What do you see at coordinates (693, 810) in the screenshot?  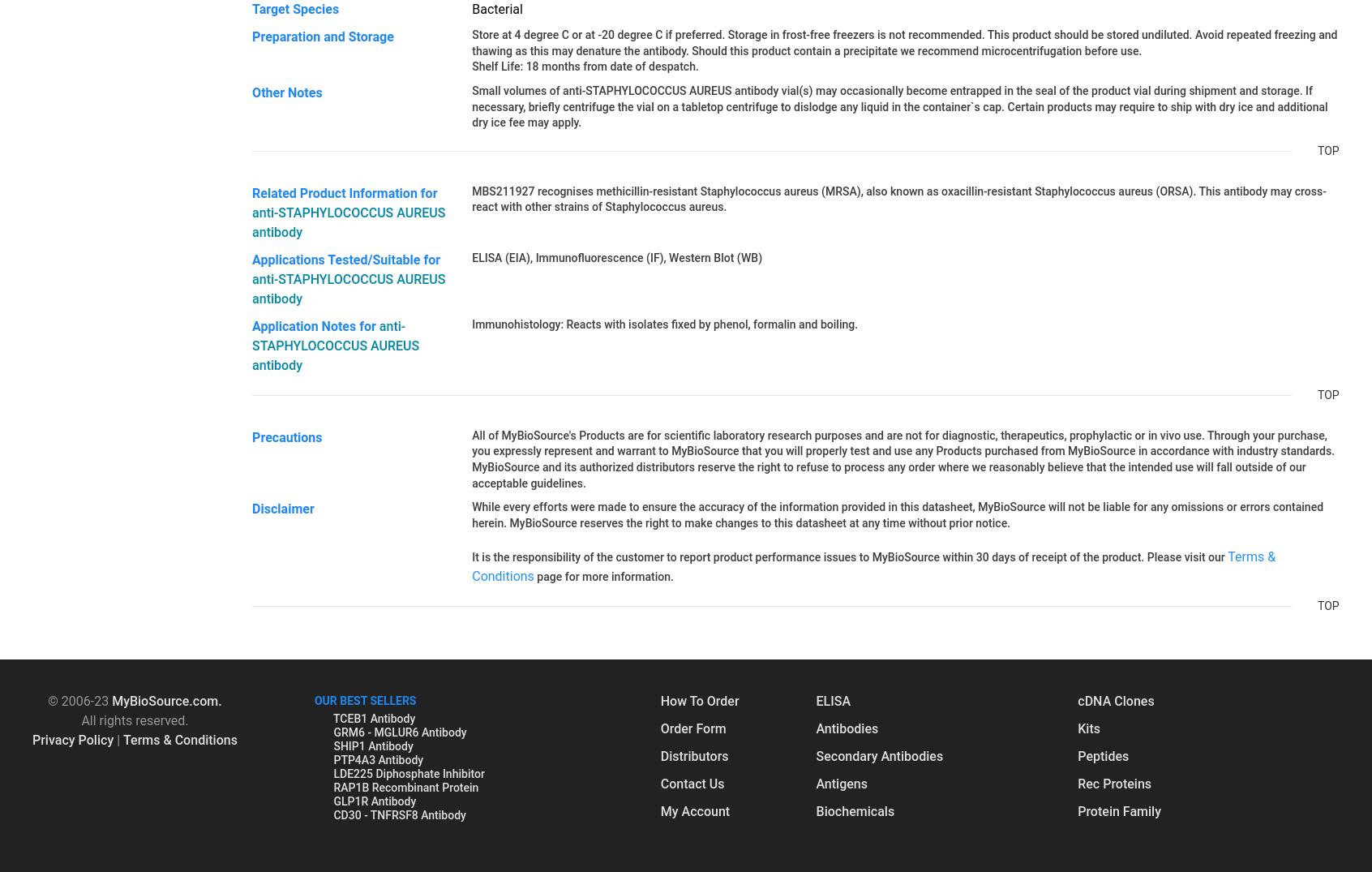 I see `'My Account'` at bounding box center [693, 810].